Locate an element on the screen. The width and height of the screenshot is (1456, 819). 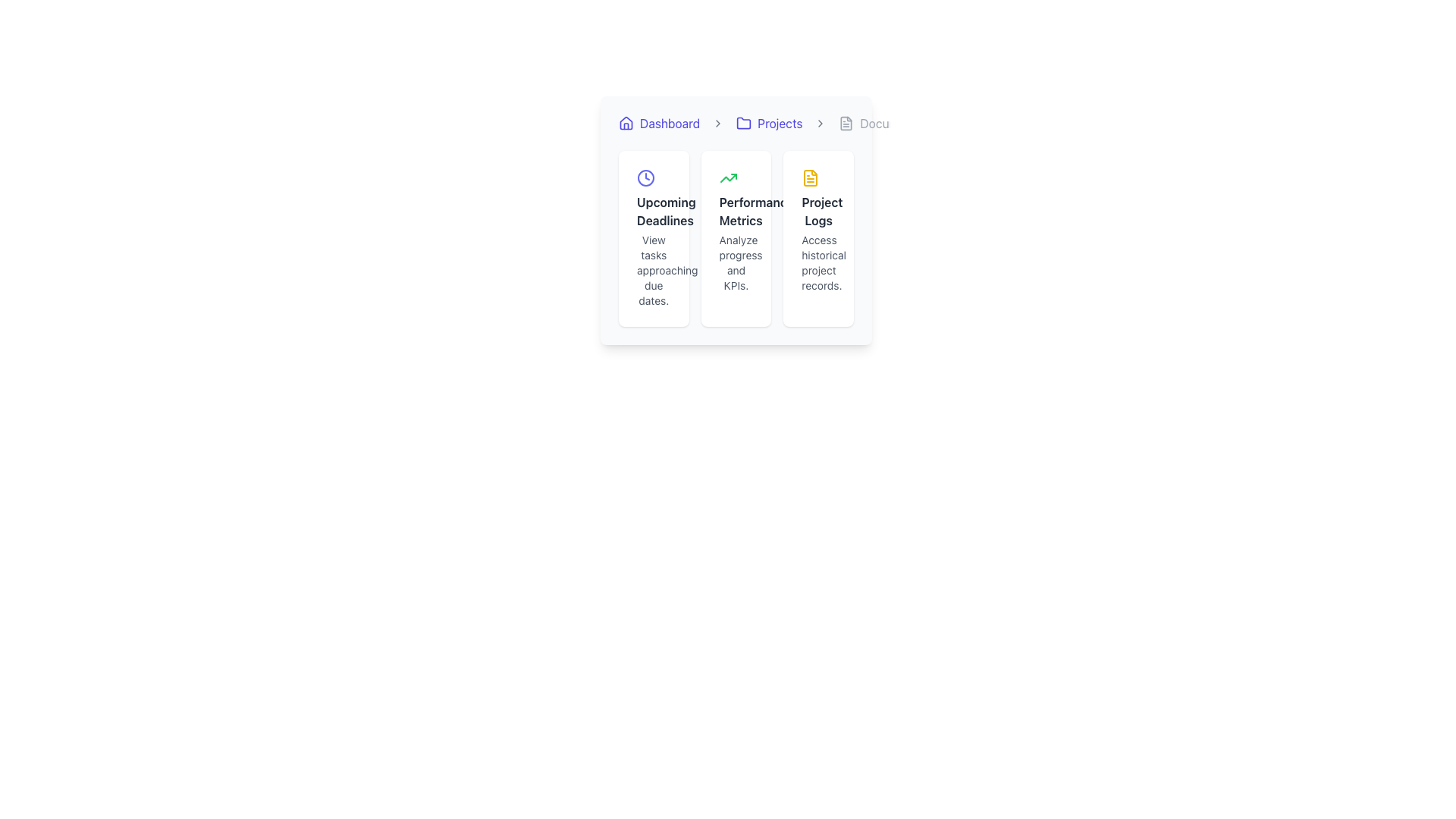
the yellow document icon located at the top of the 'Project Logs' card, which is the rightmost card in a horizontal layout of three cards is located at coordinates (810, 177).